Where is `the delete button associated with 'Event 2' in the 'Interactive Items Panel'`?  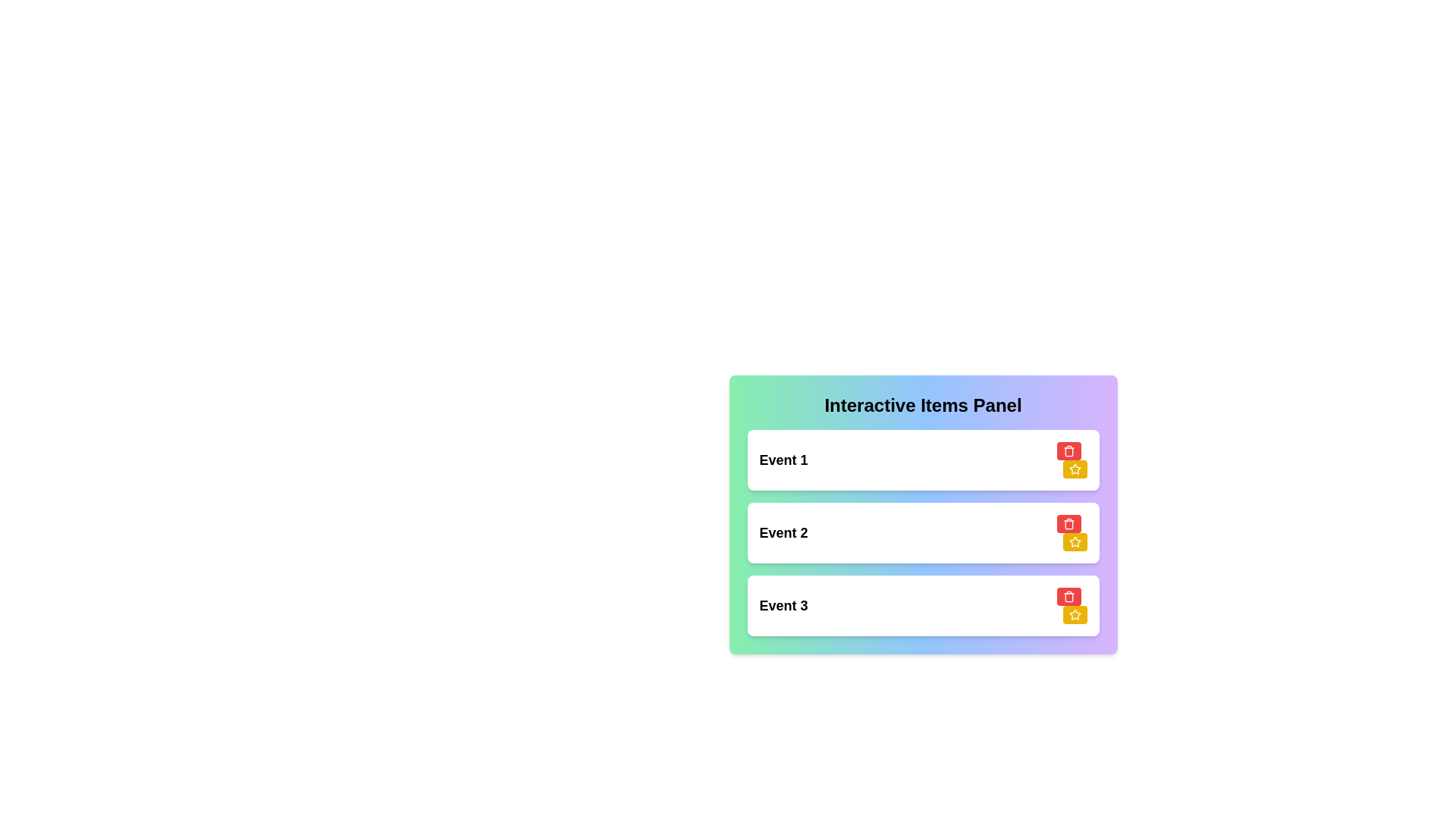 the delete button associated with 'Event 2' in the 'Interactive Items Panel' is located at coordinates (1068, 522).